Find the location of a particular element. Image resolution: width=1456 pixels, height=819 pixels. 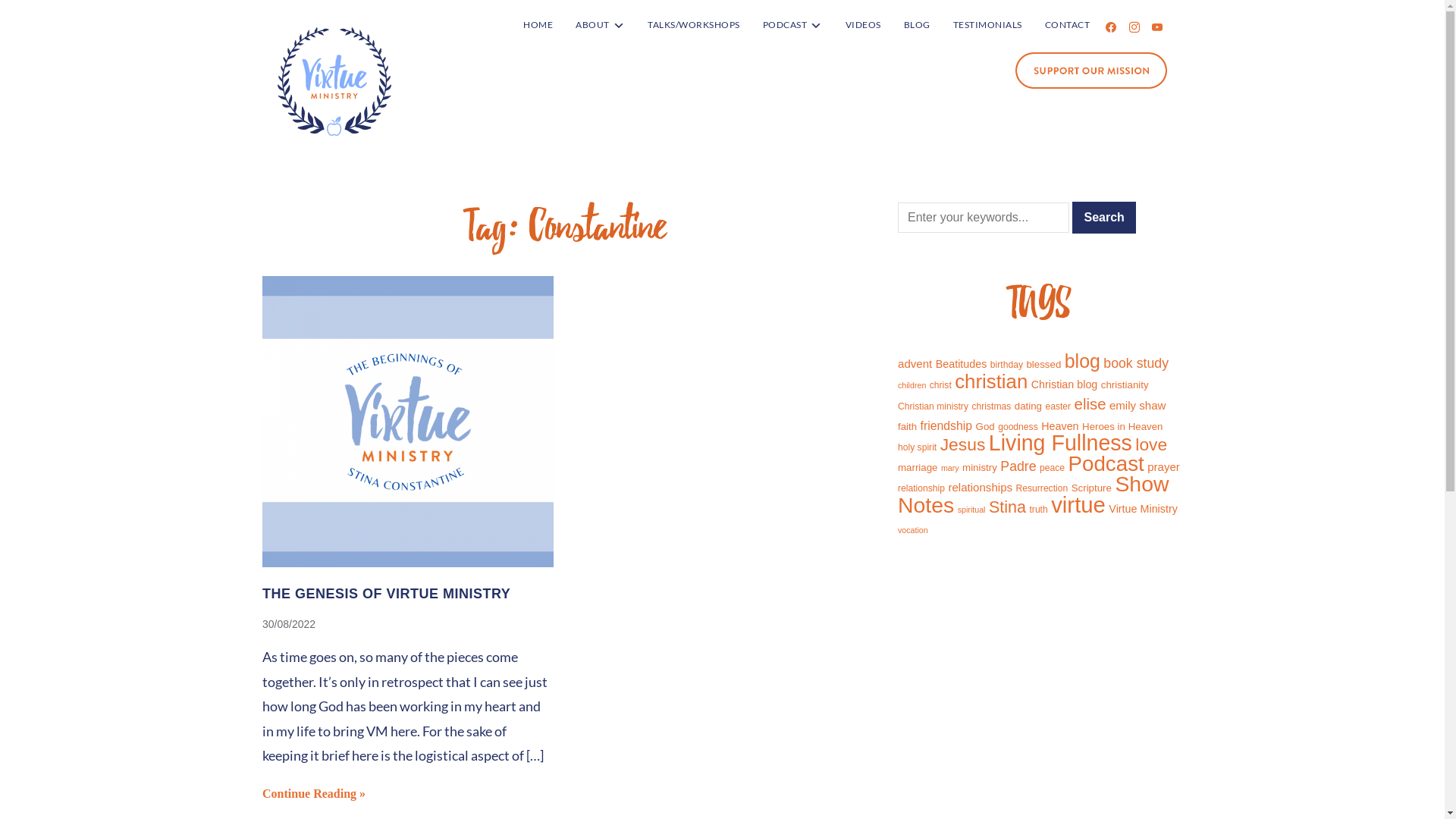

'relationship' is located at coordinates (898, 488).